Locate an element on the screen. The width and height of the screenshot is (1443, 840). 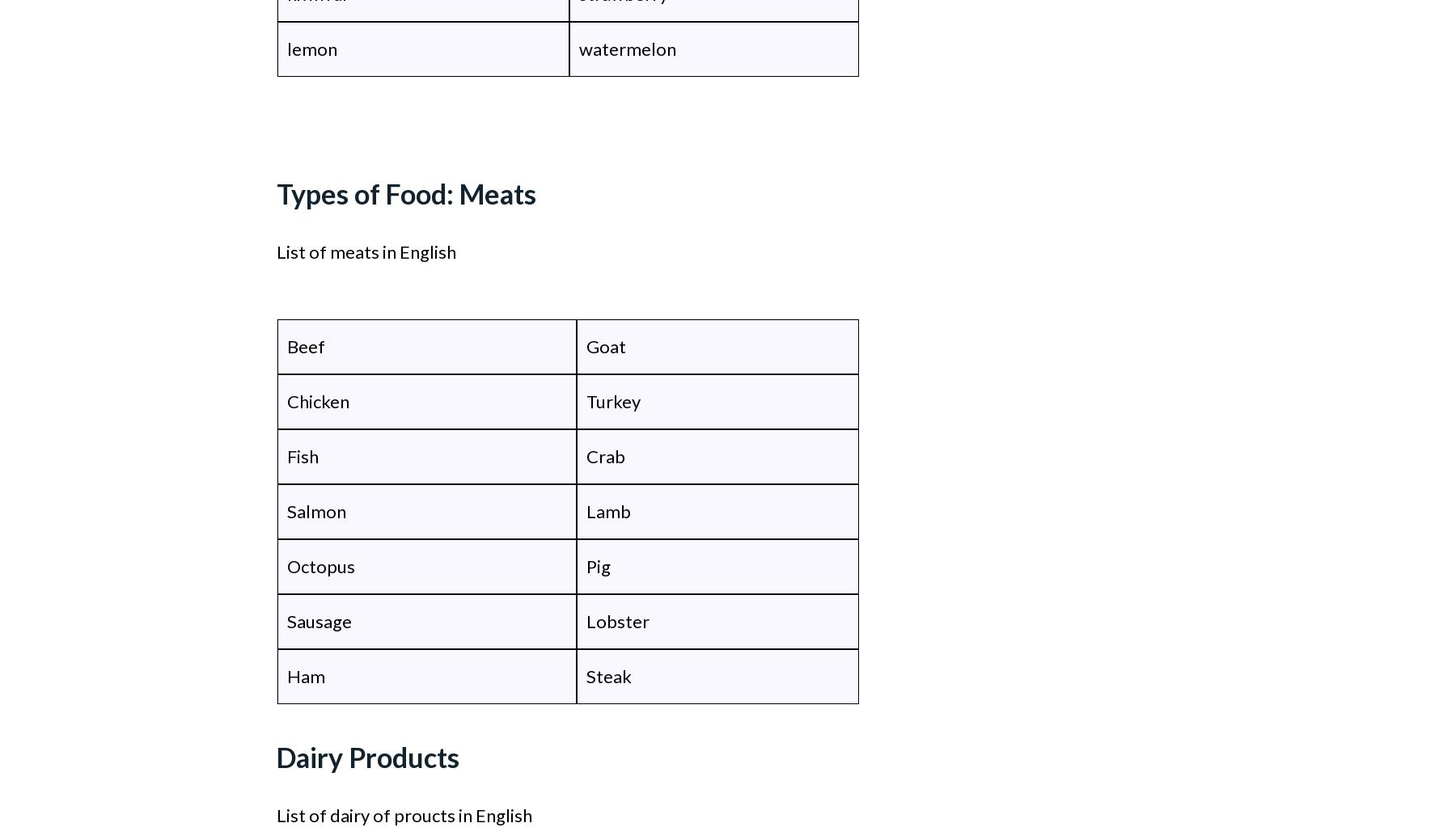
'Goat' is located at coordinates (607, 345).